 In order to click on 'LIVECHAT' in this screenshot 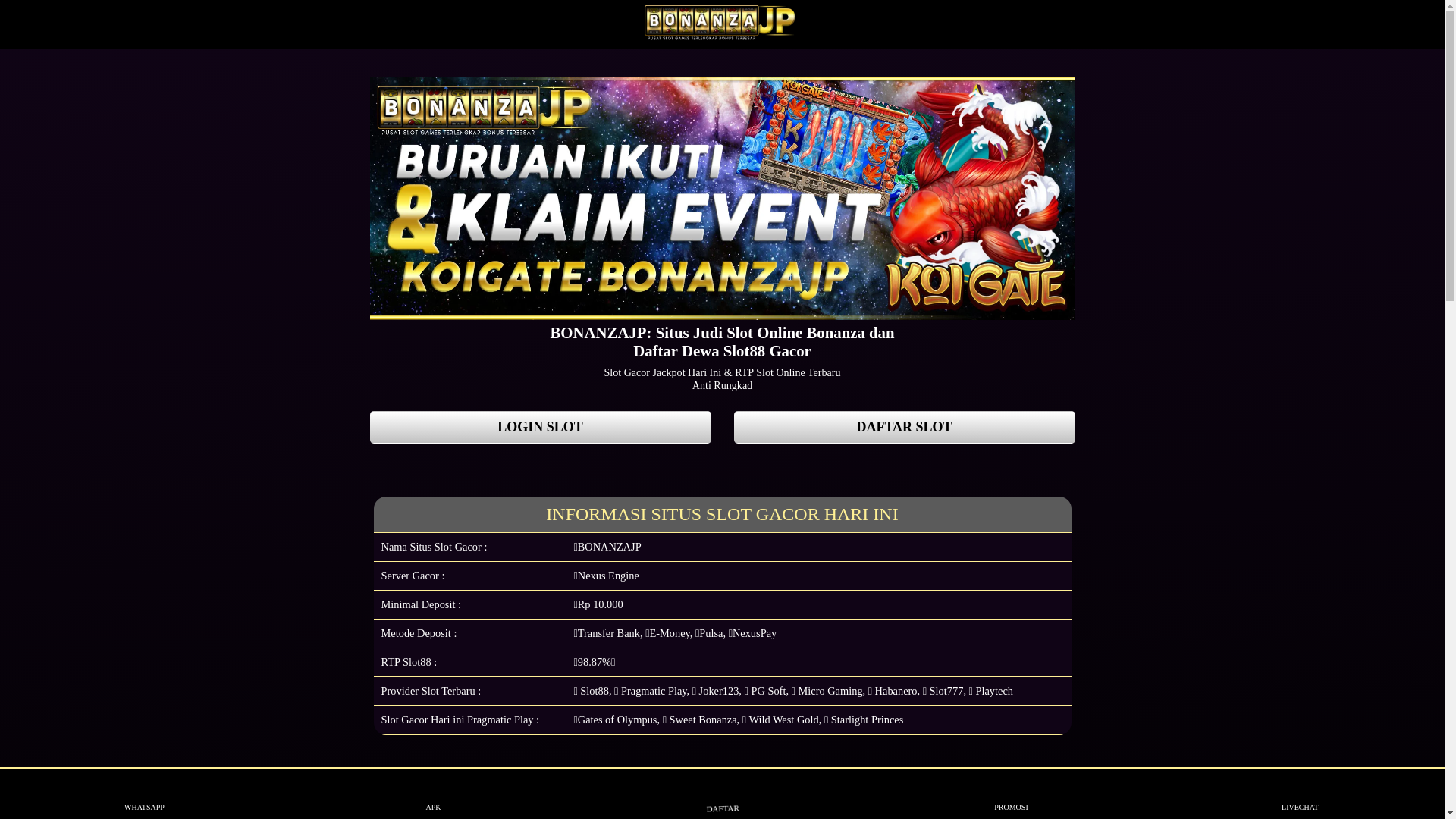, I will do `click(1299, 792)`.